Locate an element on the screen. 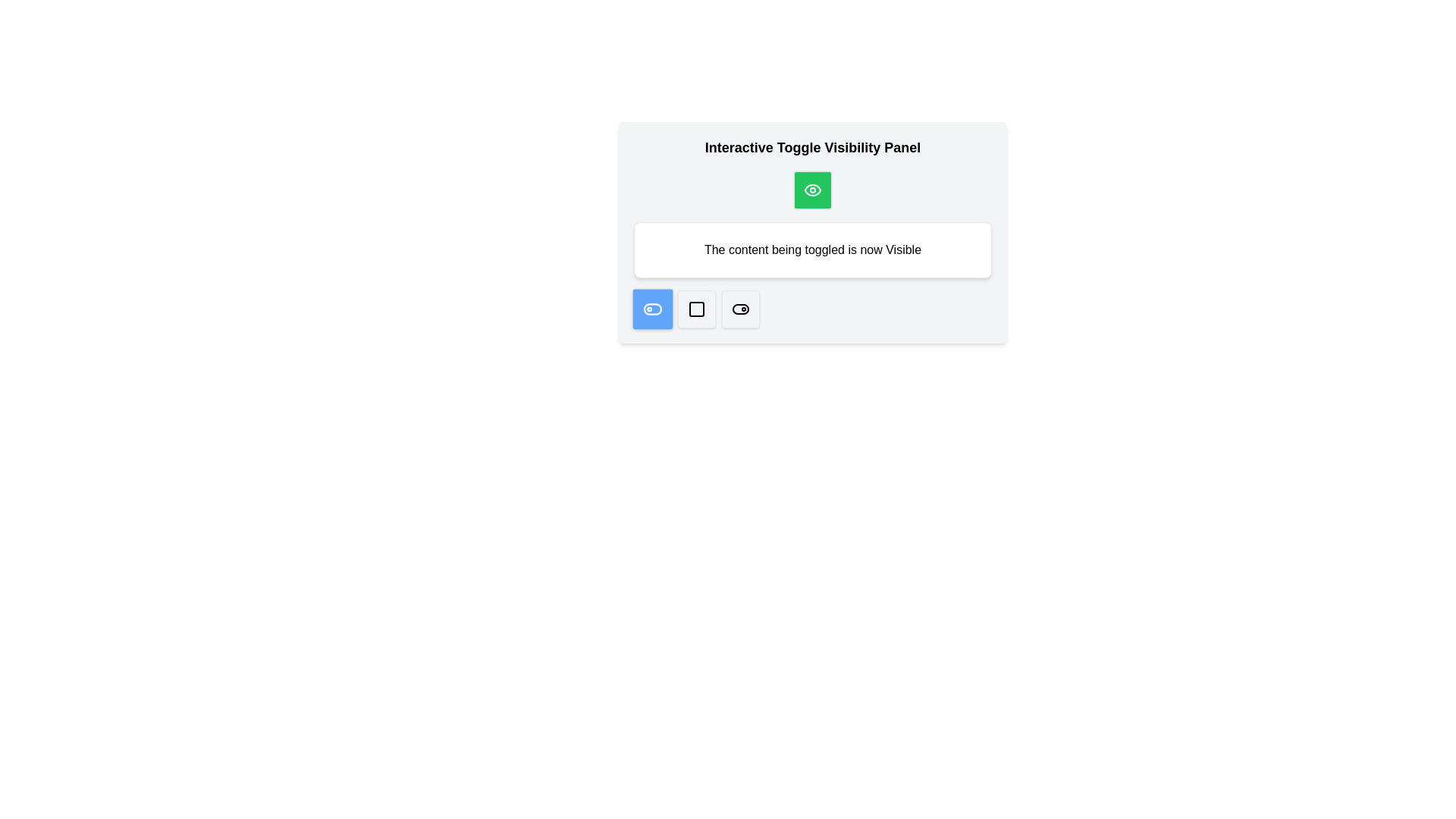  the rounded rectangular button with a blue background and white border, which features a minimalist toggle switch icon on the left, to observe any effects is located at coordinates (652, 309).